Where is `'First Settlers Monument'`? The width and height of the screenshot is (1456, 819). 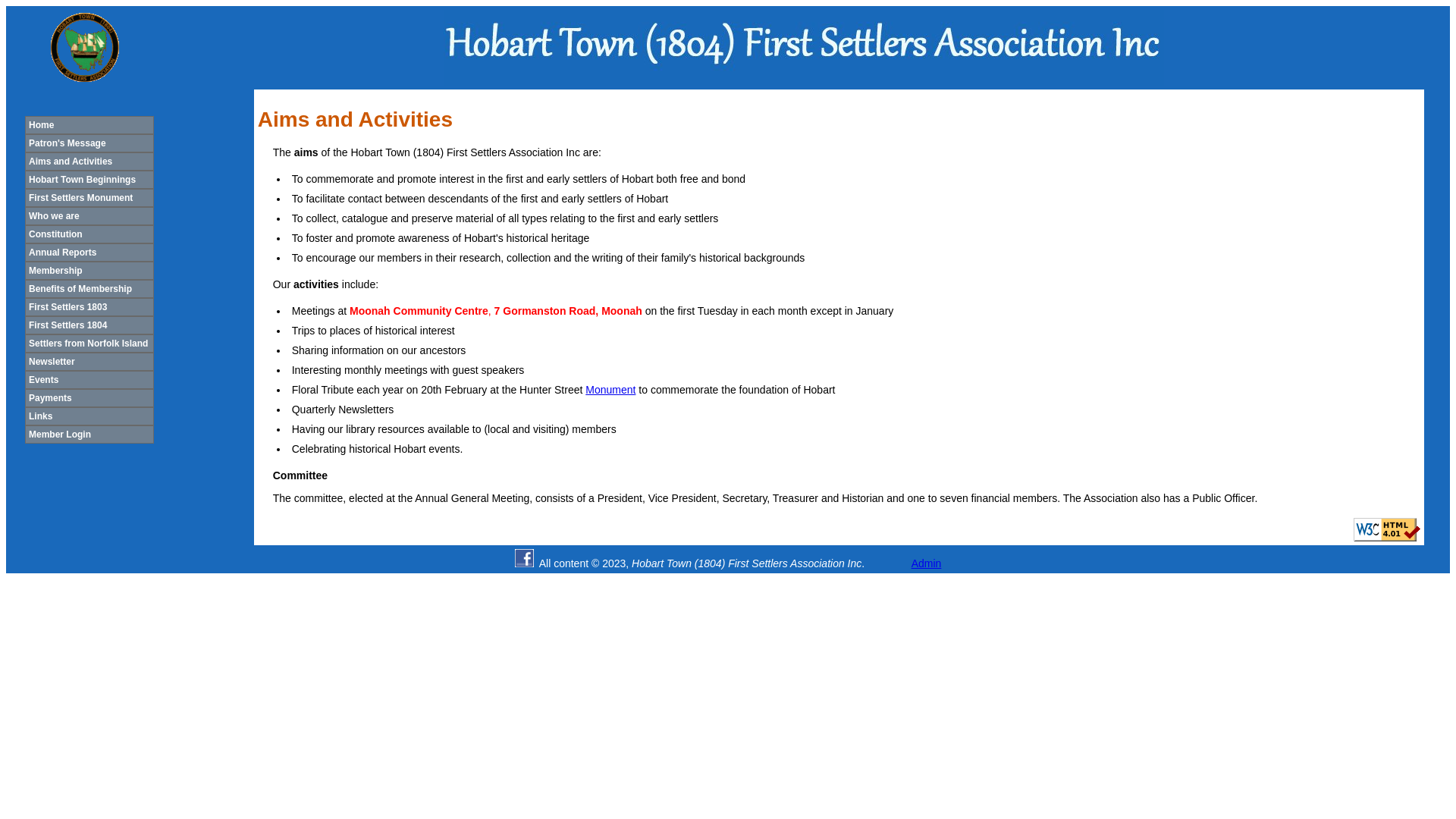 'First Settlers Monument' is located at coordinates (89, 197).